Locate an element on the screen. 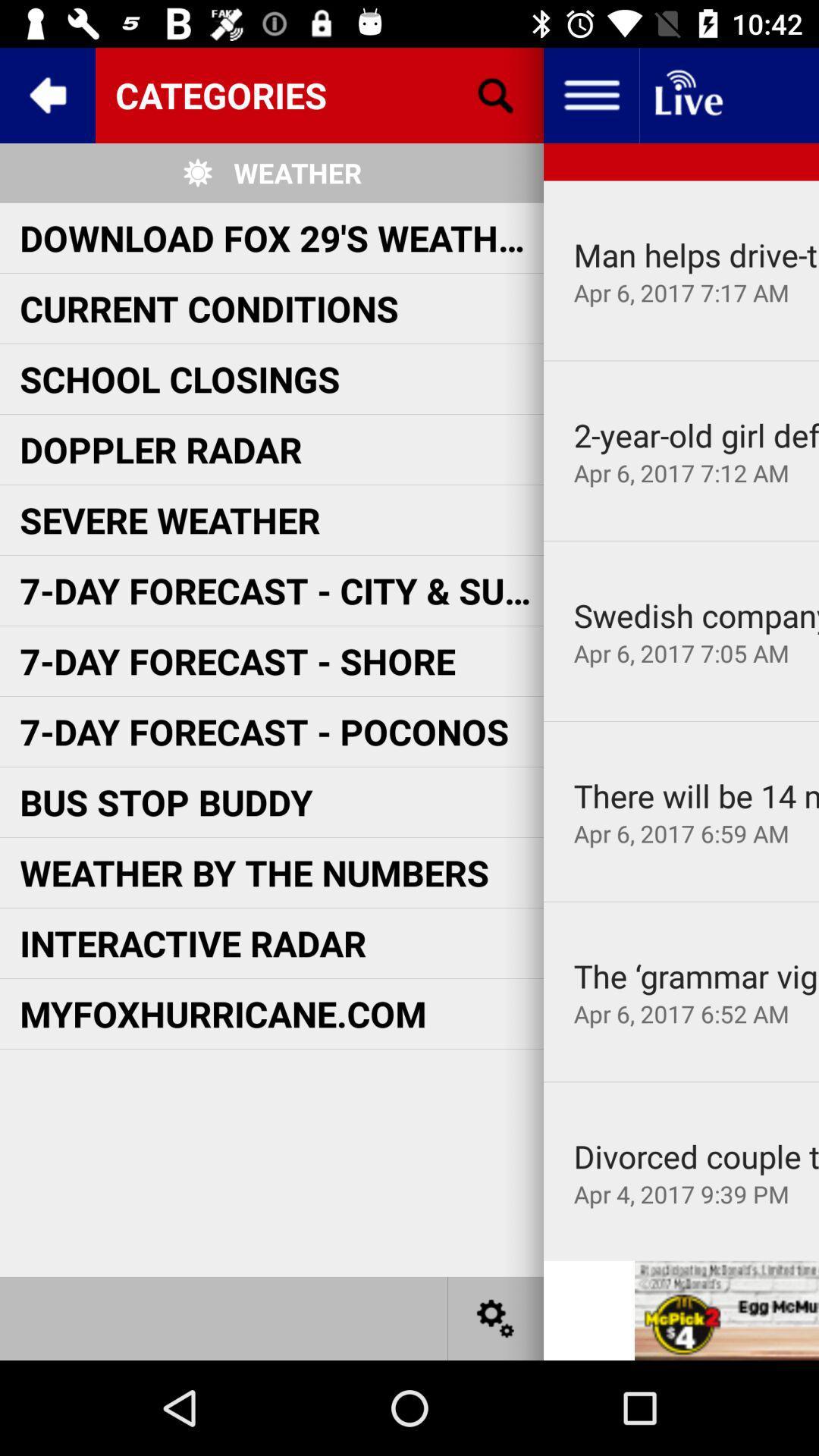  search is located at coordinates (496, 94).